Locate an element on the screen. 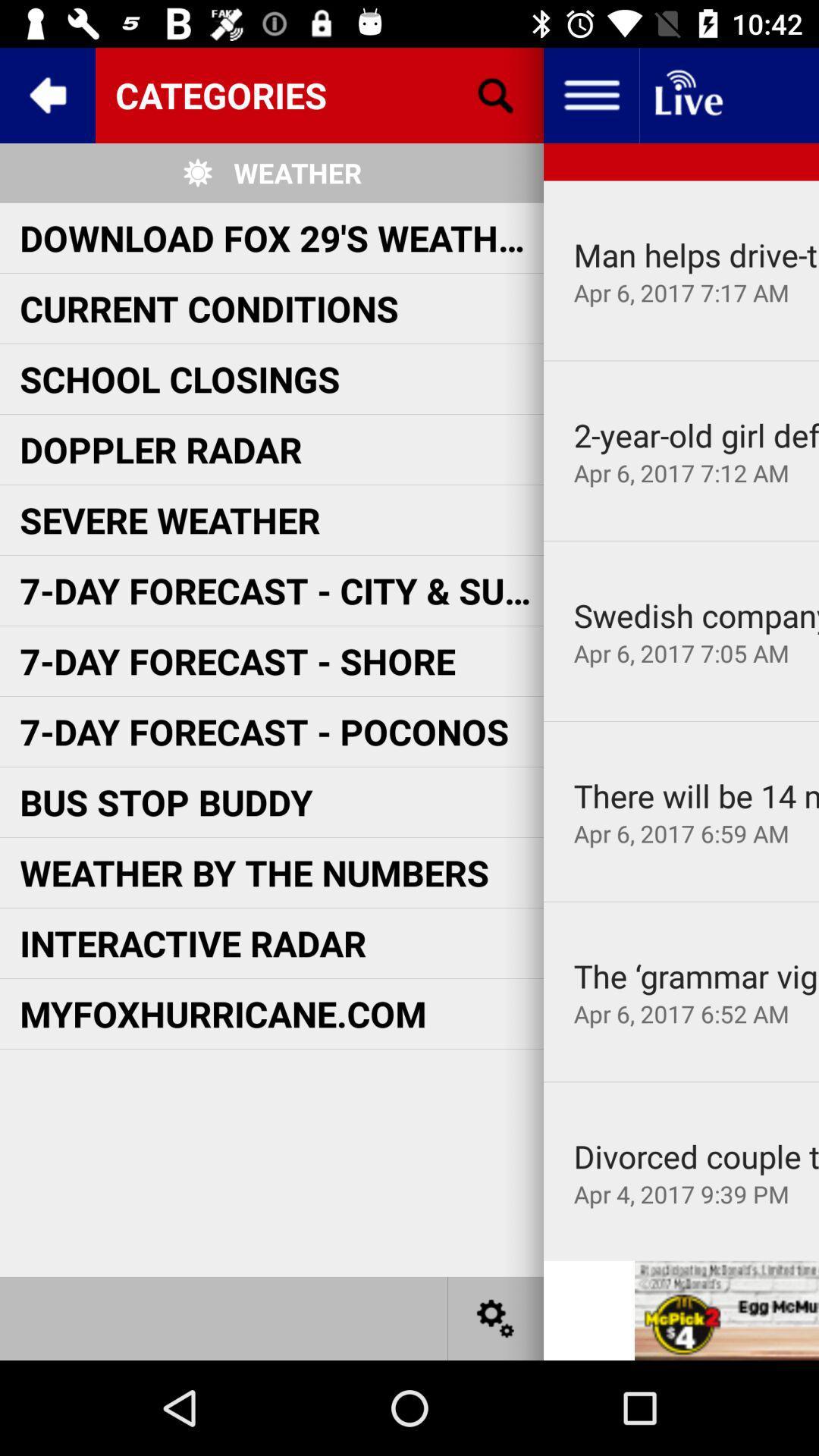  search is located at coordinates (496, 94).